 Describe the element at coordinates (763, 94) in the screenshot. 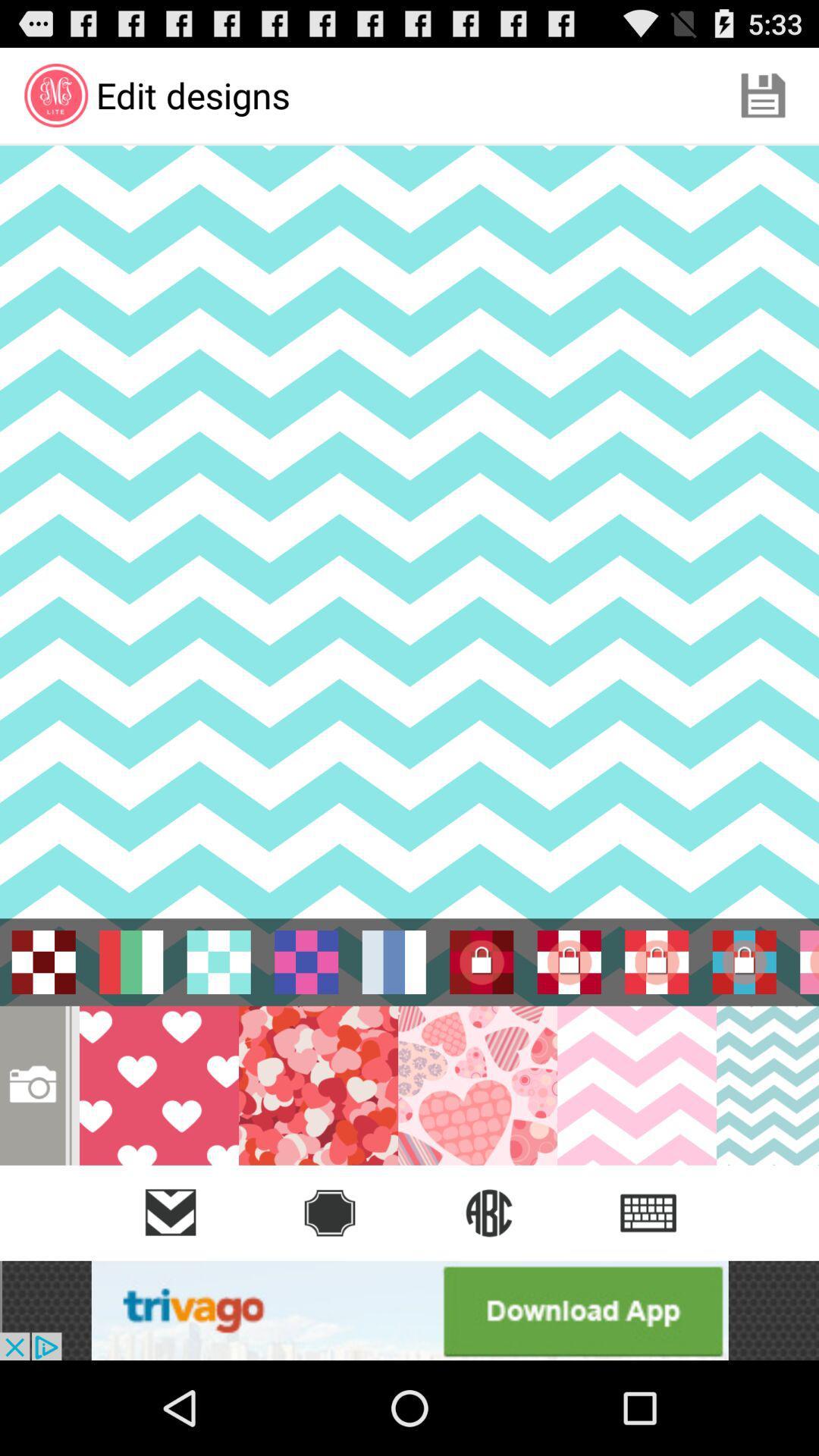

I see `the item next to the edit designs icon` at that location.